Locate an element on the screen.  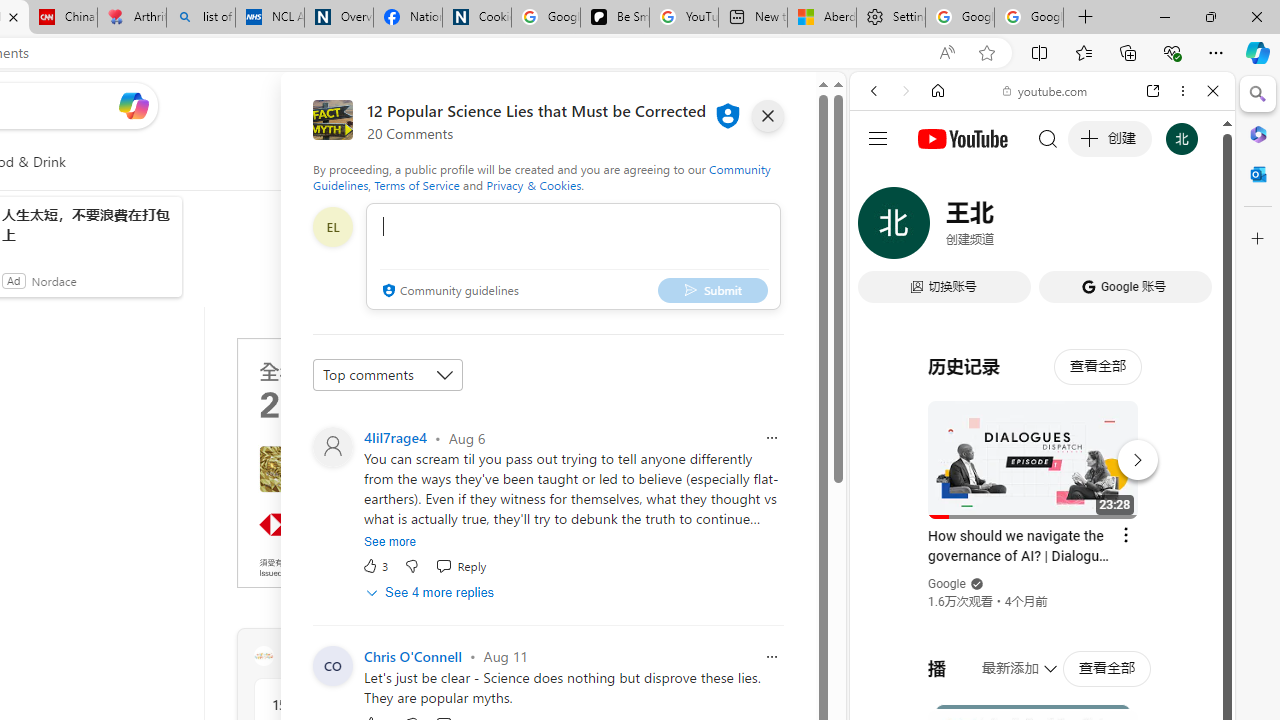
'4lil7rage4' is located at coordinates (395, 436).